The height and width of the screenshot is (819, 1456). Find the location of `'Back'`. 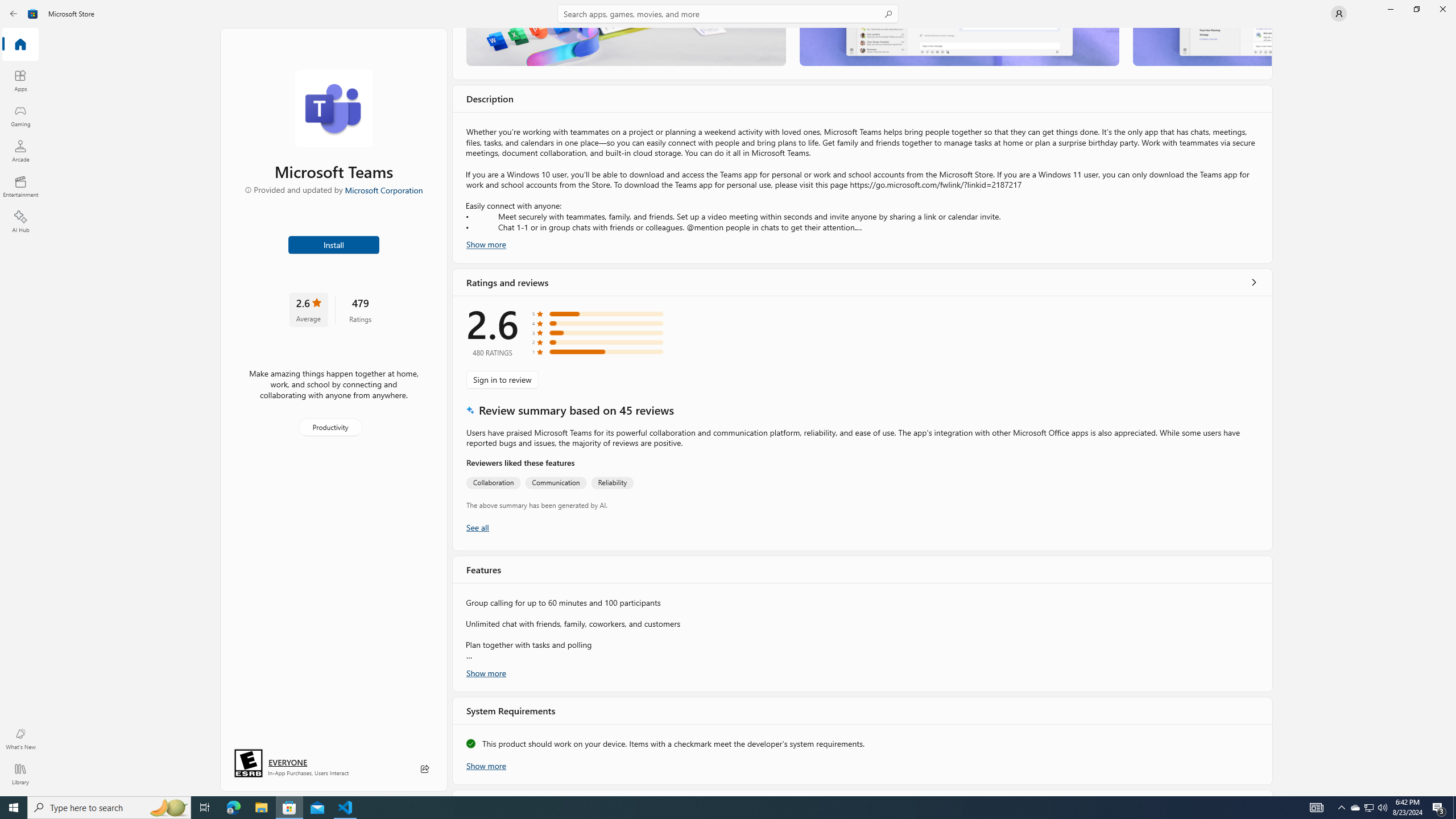

'Back' is located at coordinates (14, 13).